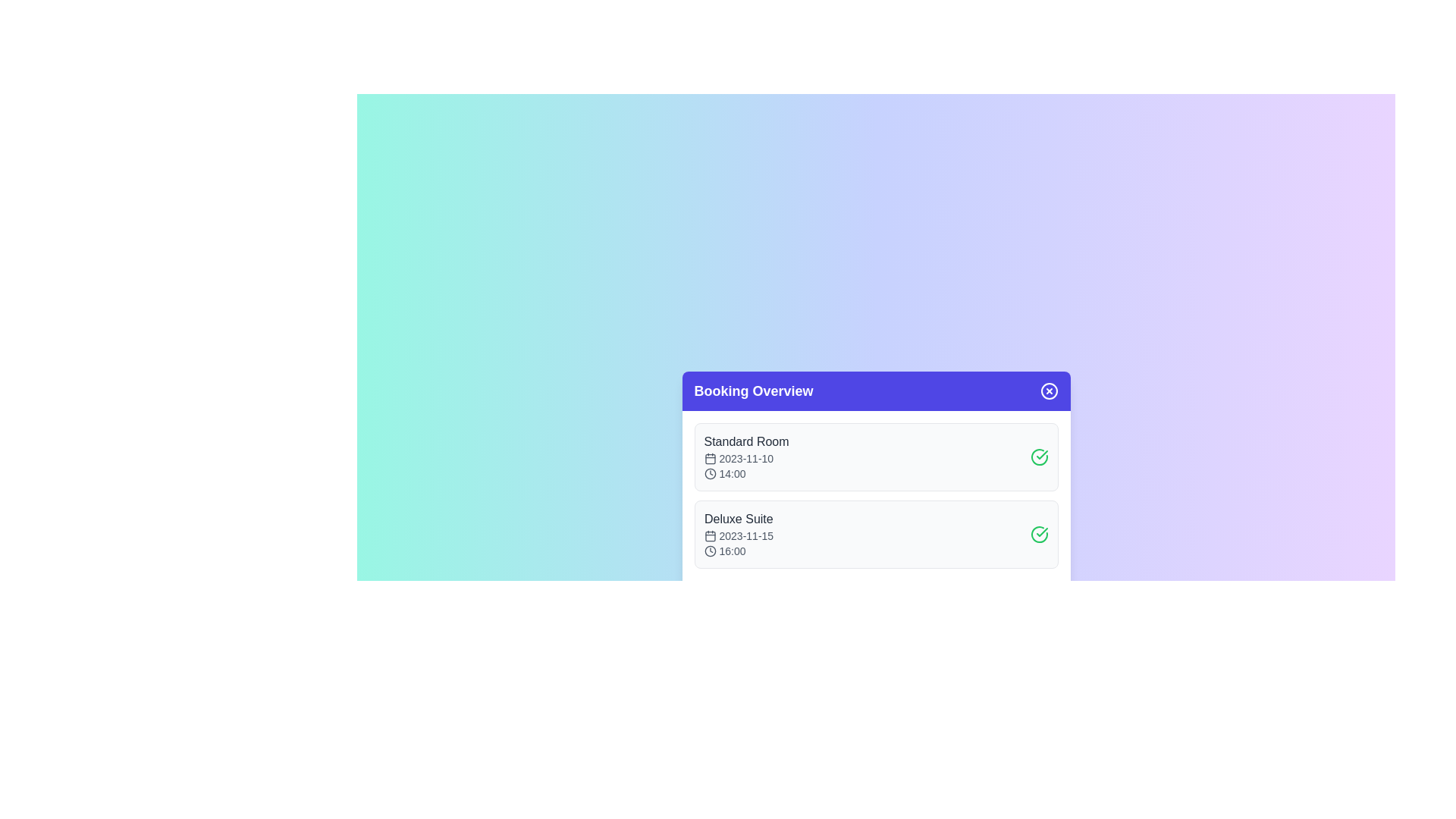 The width and height of the screenshot is (1456, 819). I want to click on the booking item labeled 'Deluxe Suite' to reveal potential actions, so click(876, 534).